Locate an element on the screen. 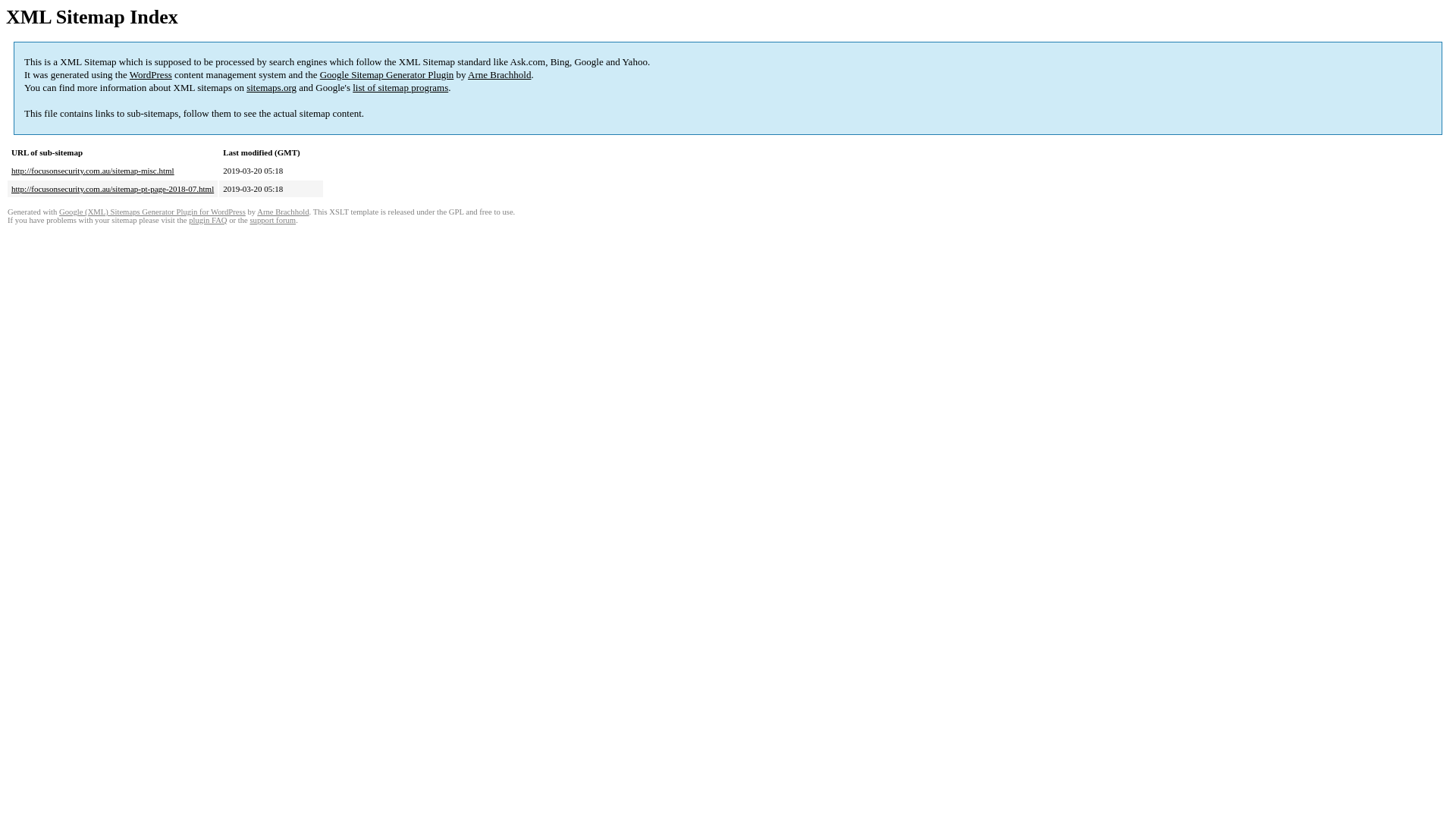 The height and width of the screenshot is (819, 1456). 'Arne Brachhold' is located at coordinates (499, 74).